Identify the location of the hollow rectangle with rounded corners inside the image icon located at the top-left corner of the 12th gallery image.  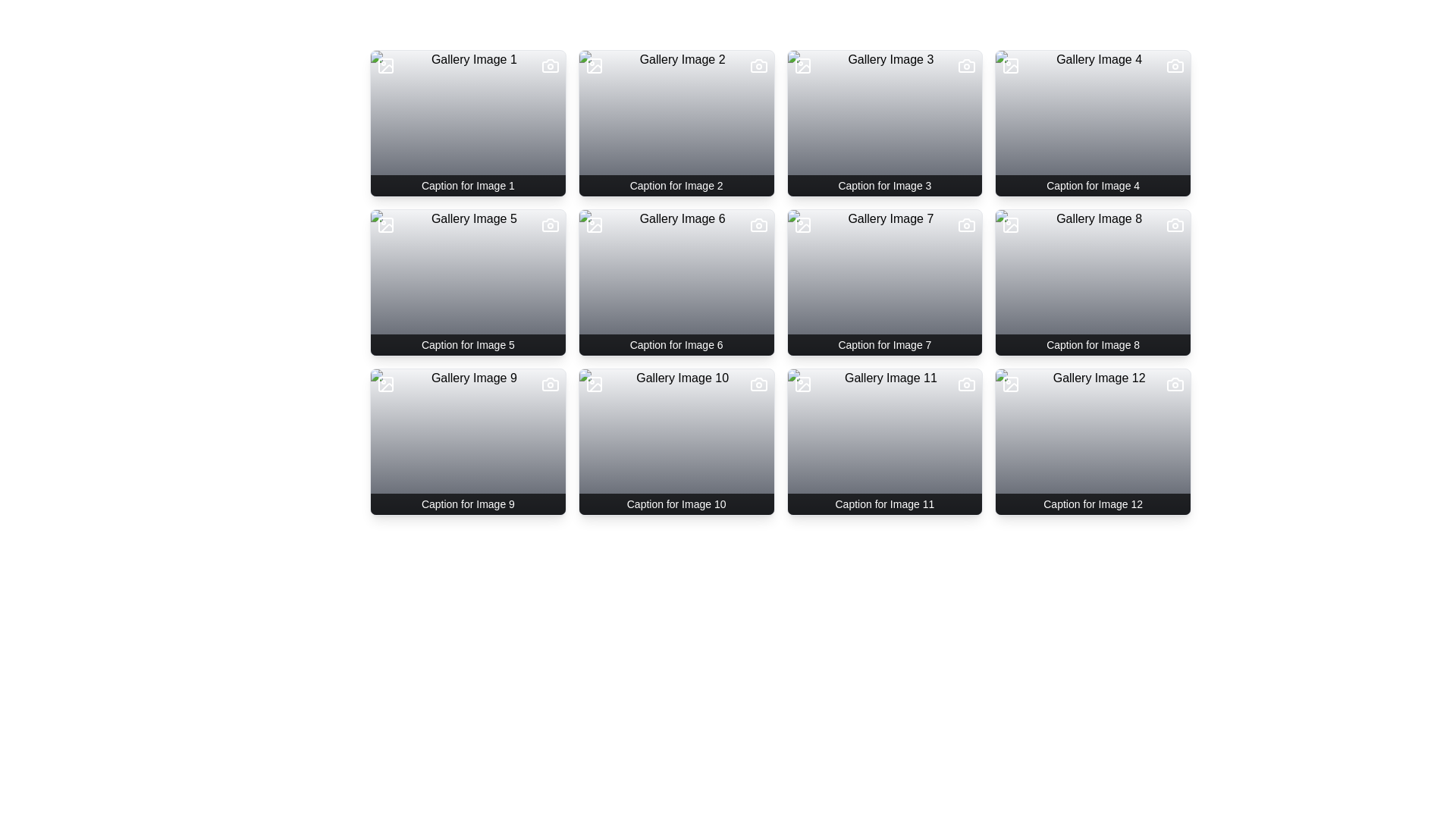
(1011, 383).